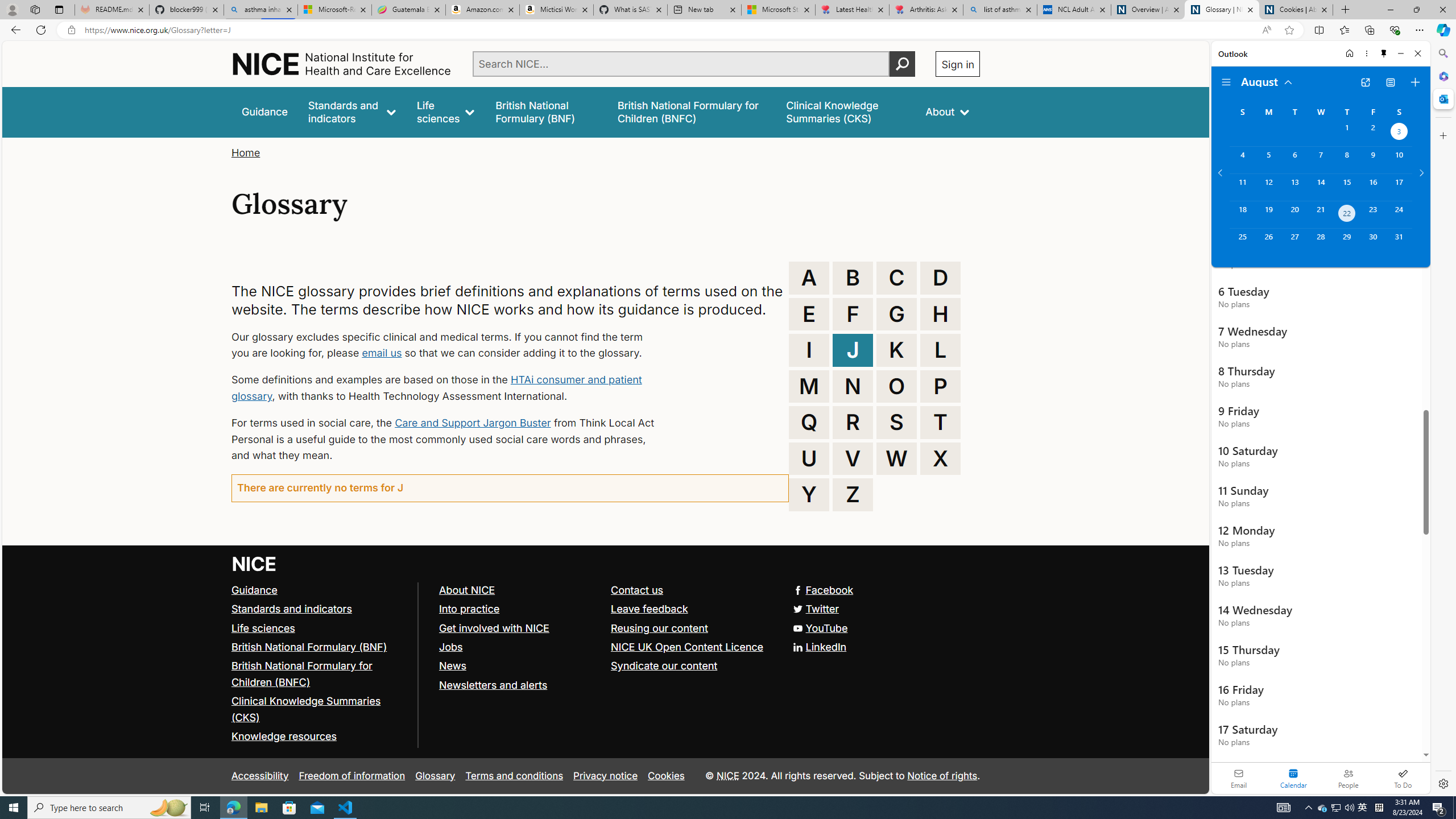 The width and height of the screenshot is (1456, 819). I want to click on 'Sunday, August 11, 2024. ', so click(1242, 187).